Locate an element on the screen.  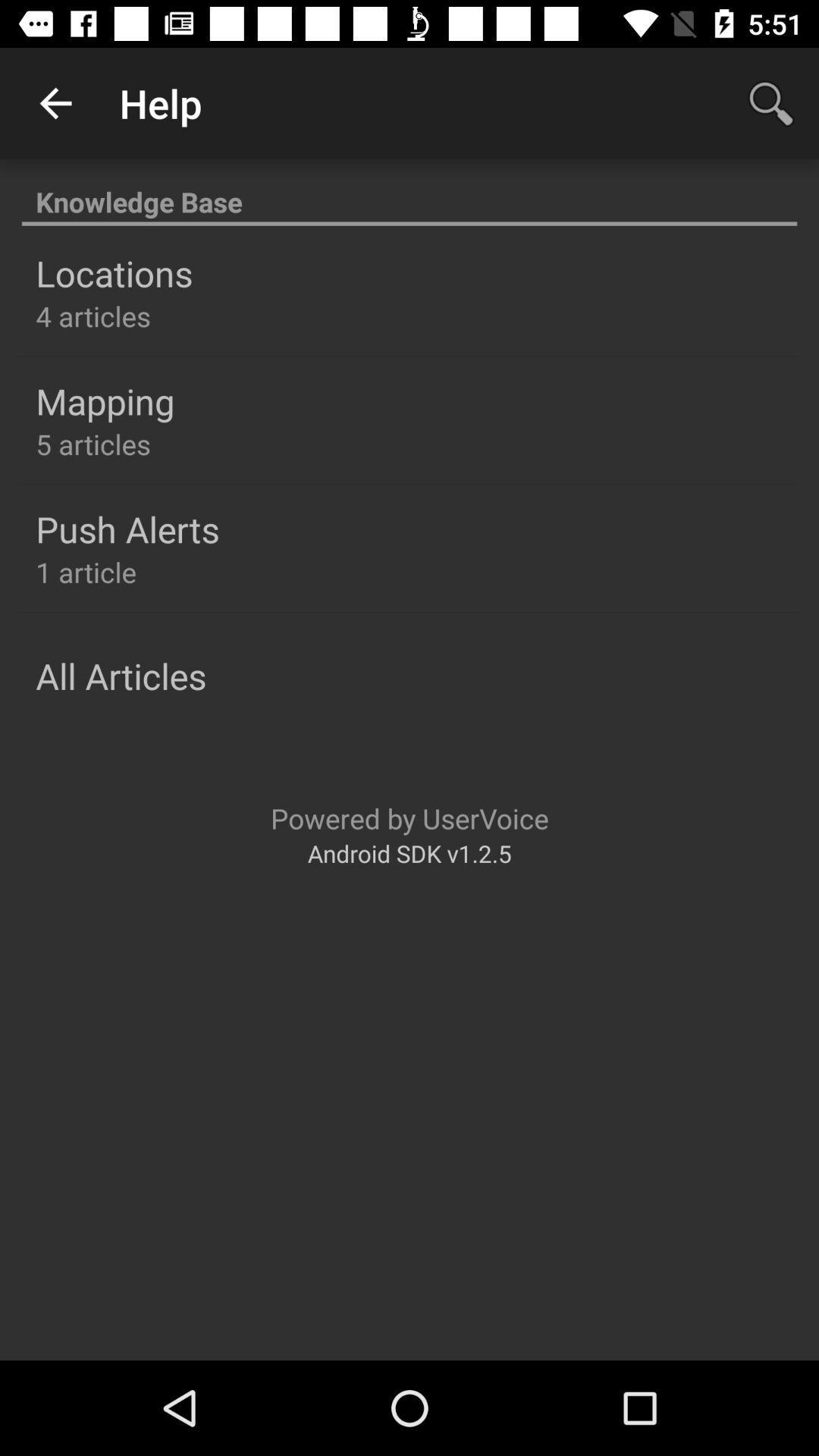
the powered by uservoice icon is located at coordinates (409, 817).